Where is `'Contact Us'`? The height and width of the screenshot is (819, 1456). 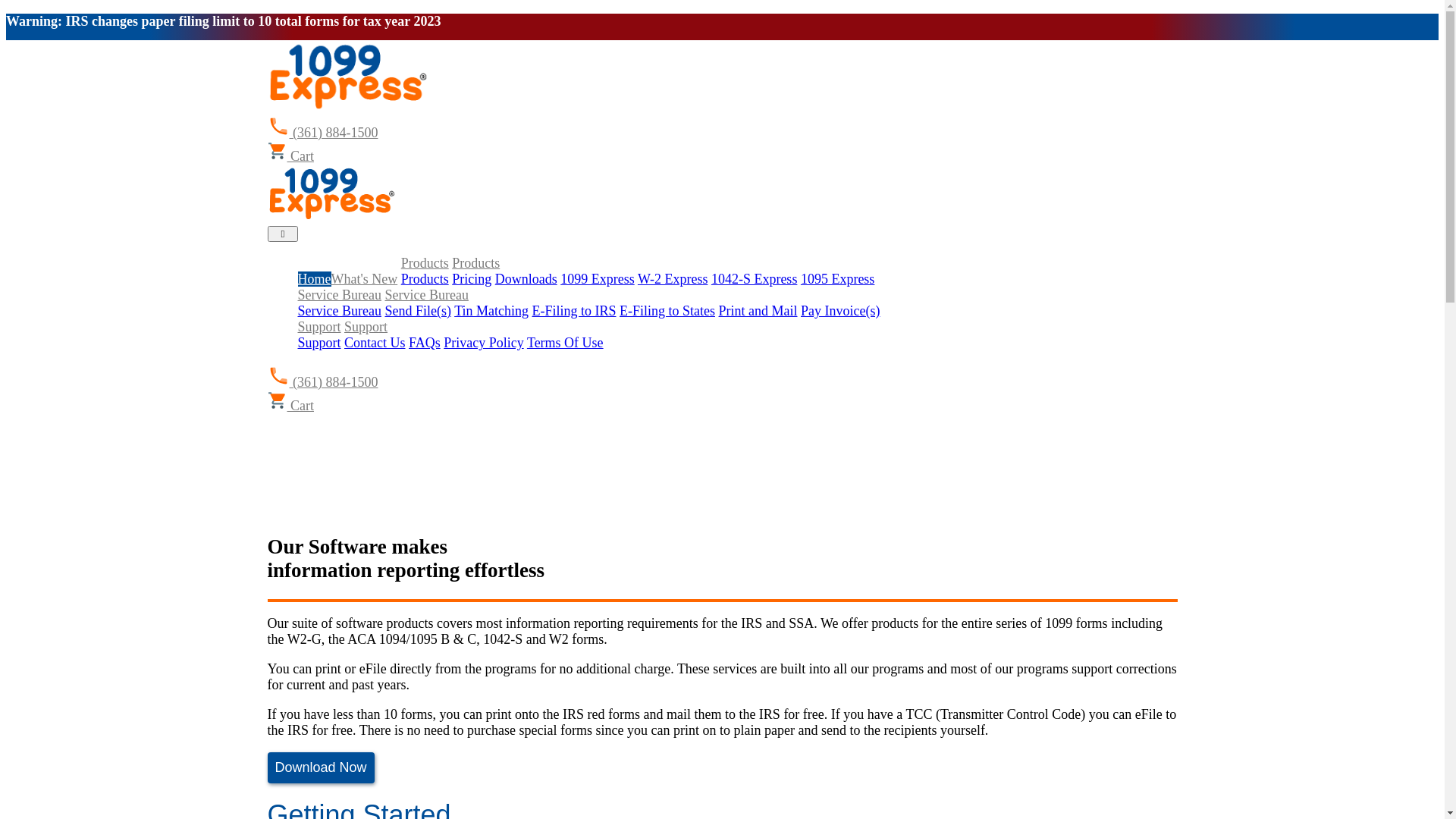
'Contact Us' is located at coordinates (375, 342).